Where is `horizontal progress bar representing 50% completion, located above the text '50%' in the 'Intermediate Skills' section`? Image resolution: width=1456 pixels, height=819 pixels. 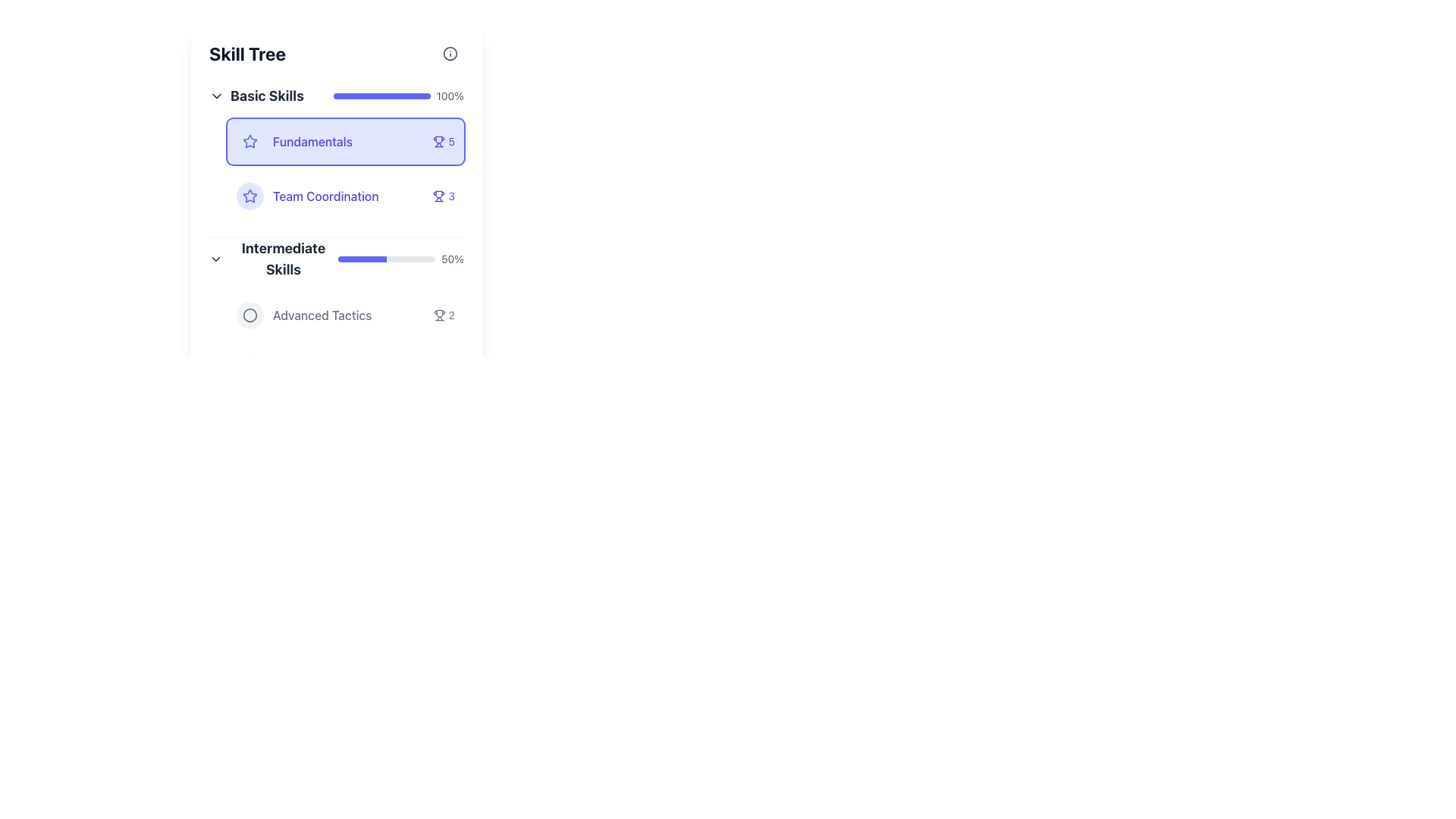
horizontal progress bar representing 50% completion, located above the text '50%' in the 'Intermediate Skills' section is located at coordinates (386, 259).